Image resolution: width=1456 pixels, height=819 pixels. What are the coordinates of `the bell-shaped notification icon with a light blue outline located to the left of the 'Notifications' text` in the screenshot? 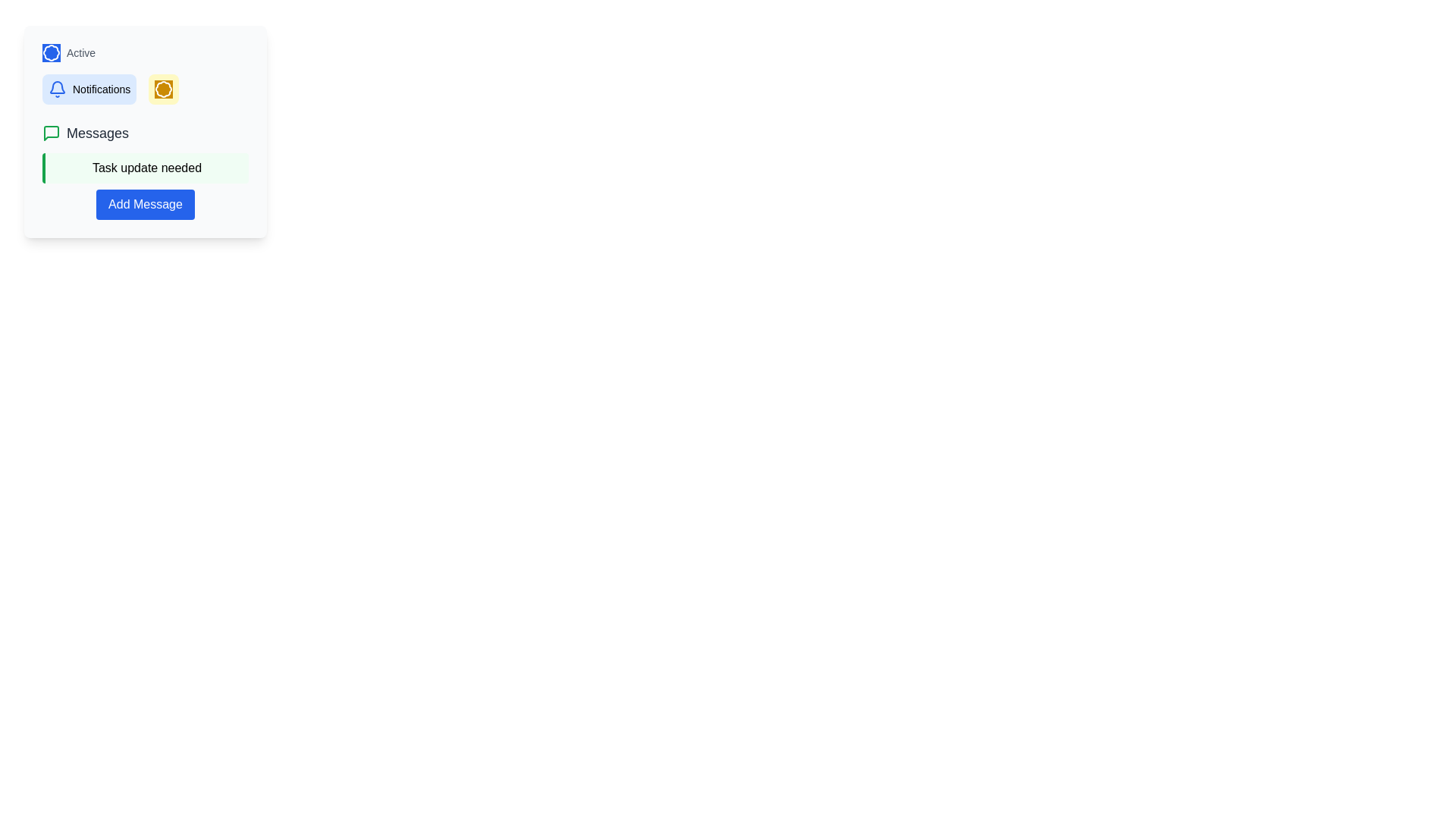 It's located at (58, 89).